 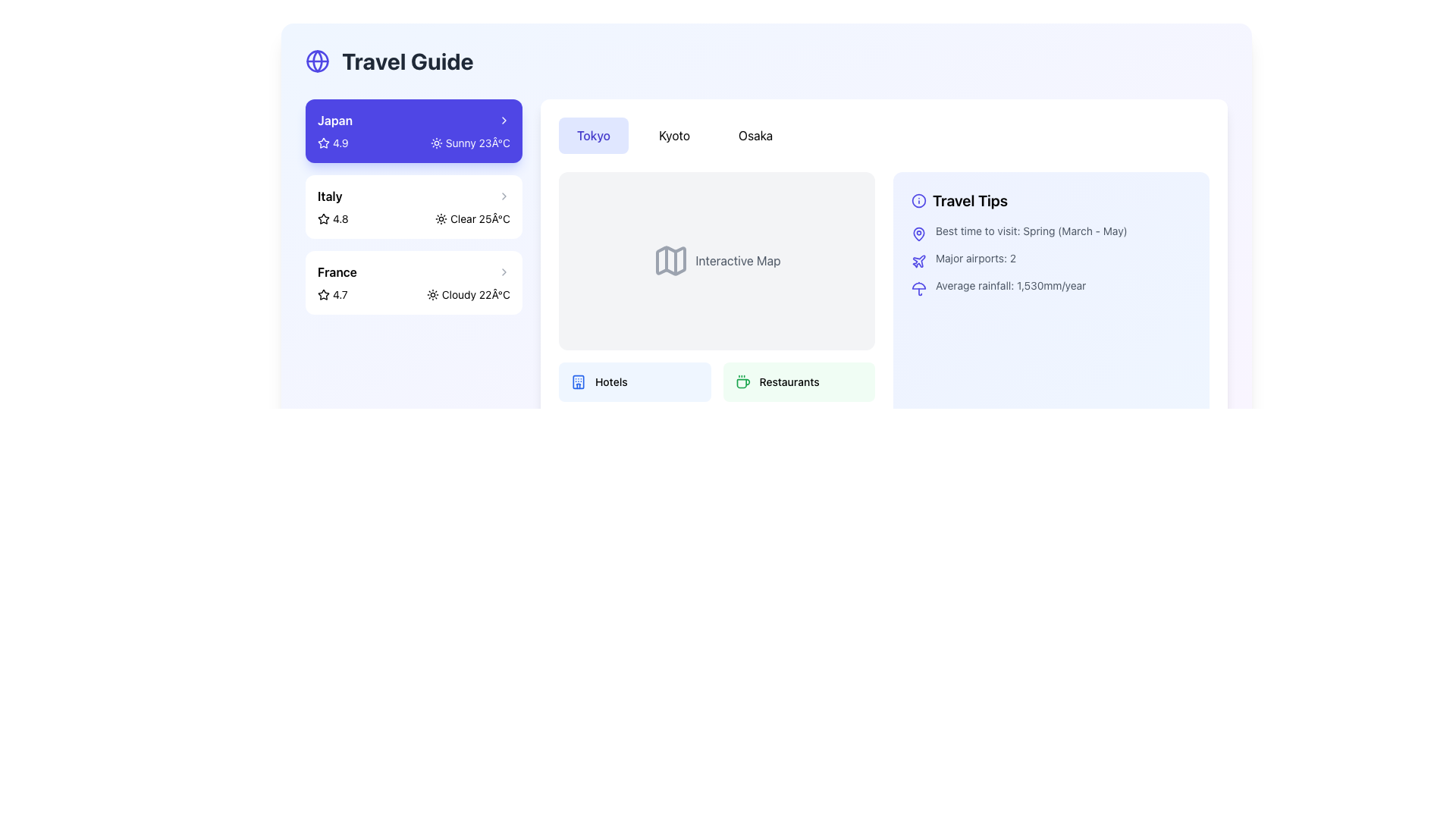 What do you see at coordinates (414, 207) in the screenshot?
I see `the clickable card that provides information about Italy, located between the Japan card and the France card in the left section of the interface` at bounding box center [414, 207].